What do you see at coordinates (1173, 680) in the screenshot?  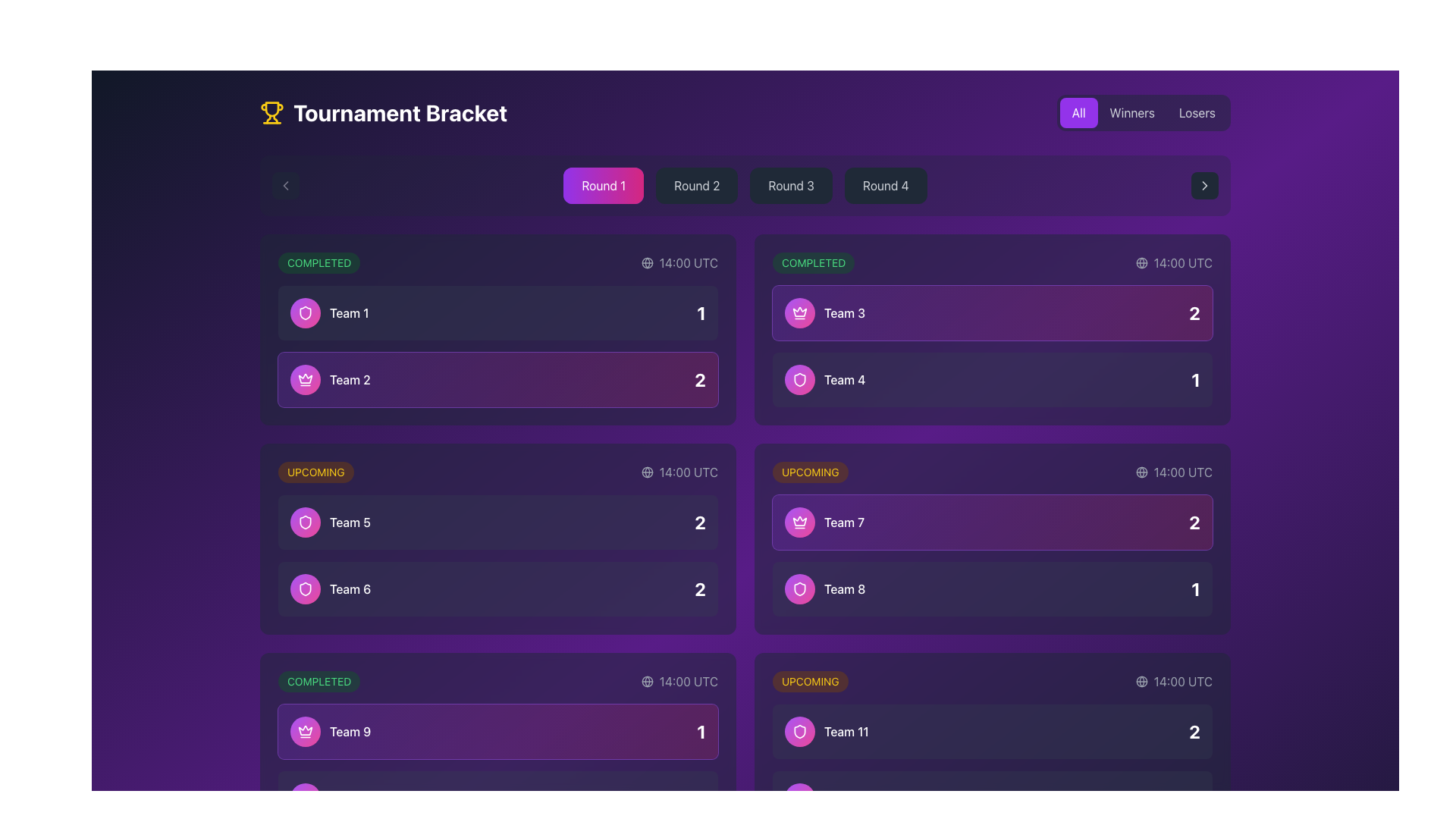 I see `the static informational text '14:00 UTC' with an accompanying globe icon, located within a dark purple background` at bounding box center [1173, 680].